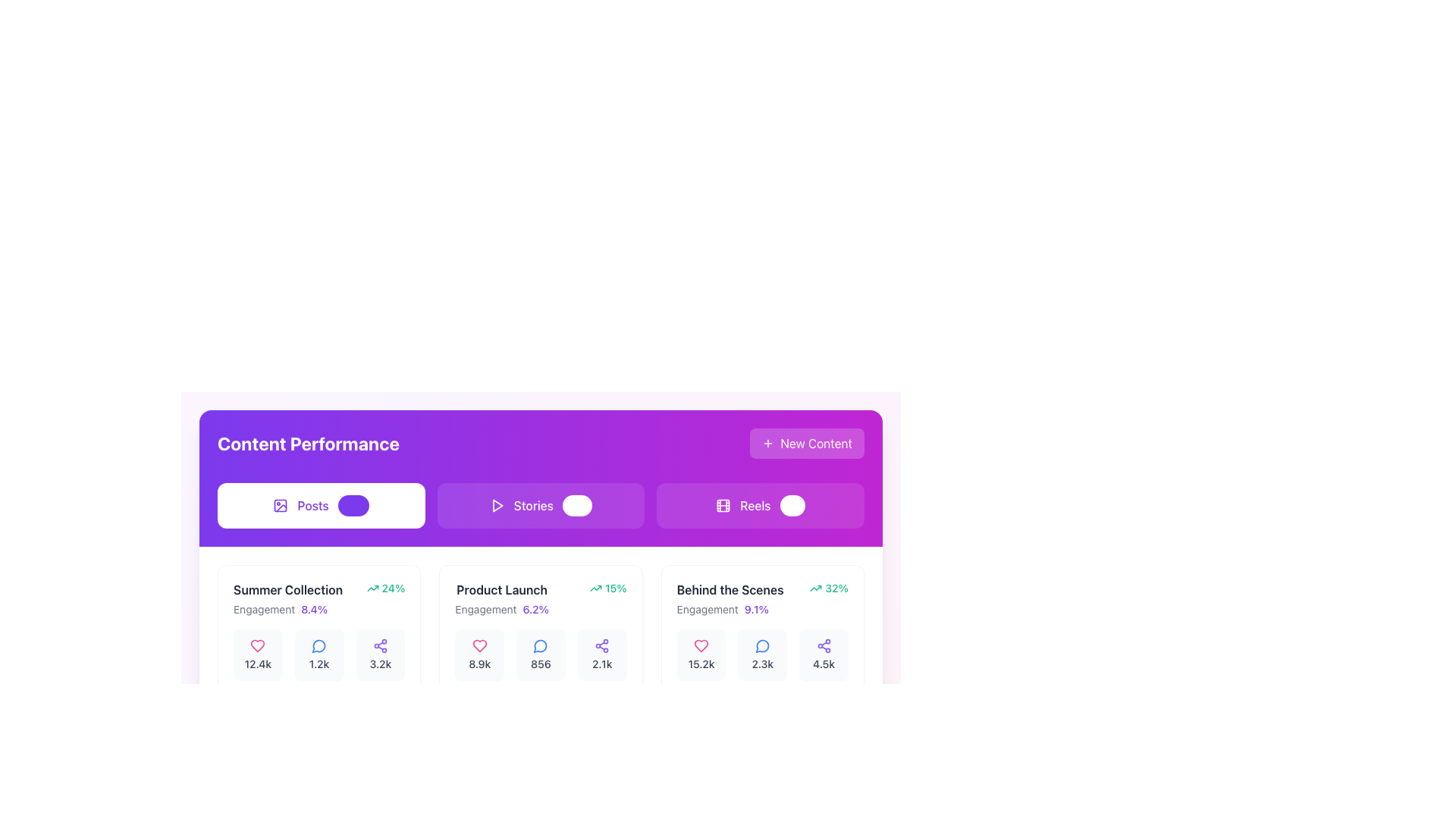  Describe the element at coordinates (264, 608) in the screenshot. I see `the 'Engagement' text label which describes the metric percentage '8.4%' in the 'Summer Collection' card located in the top-left section of the grid` at that location.